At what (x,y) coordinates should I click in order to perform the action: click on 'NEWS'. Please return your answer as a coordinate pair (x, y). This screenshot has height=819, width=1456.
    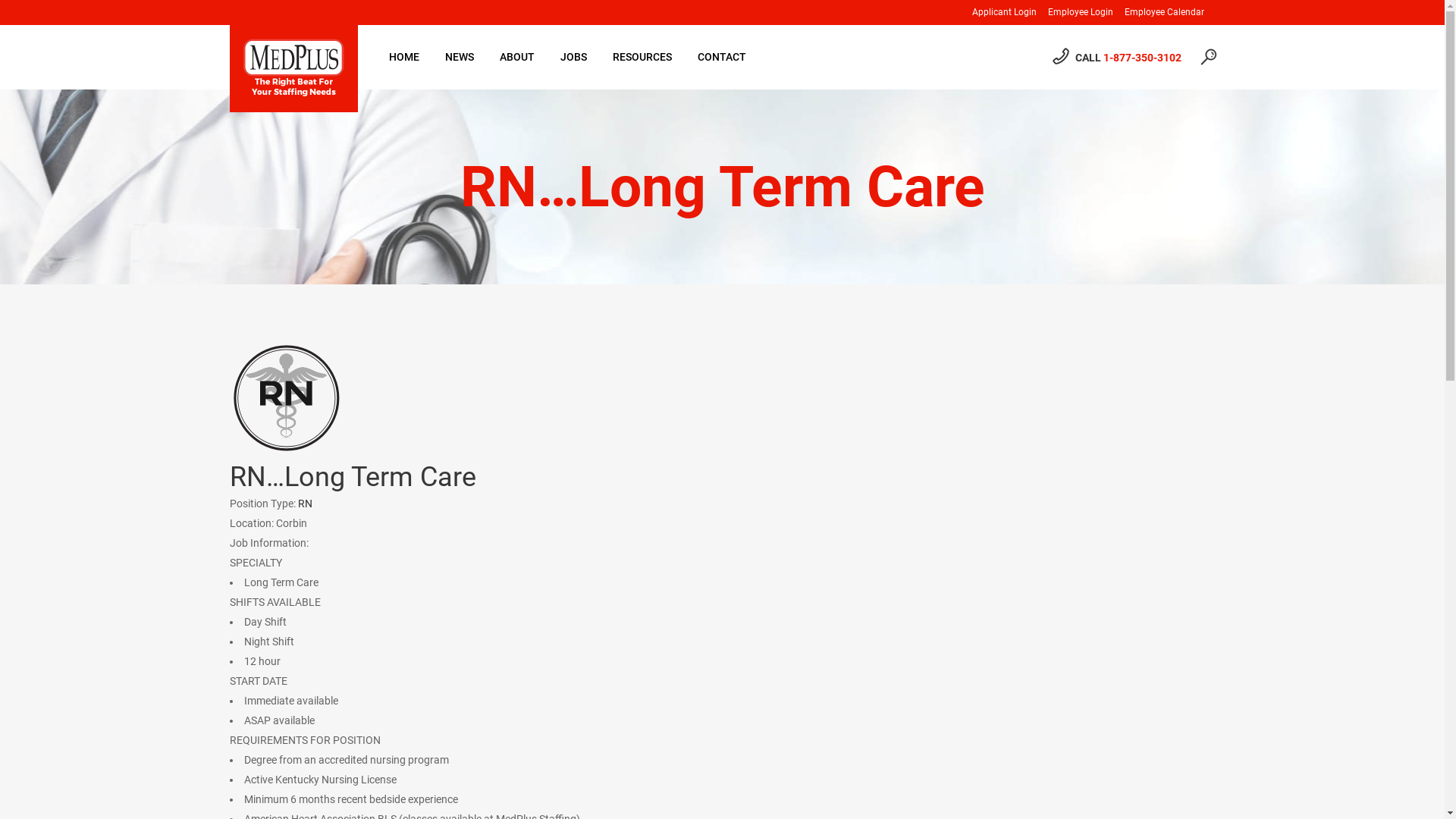
    Looking at the image, I should click on (458, 56).